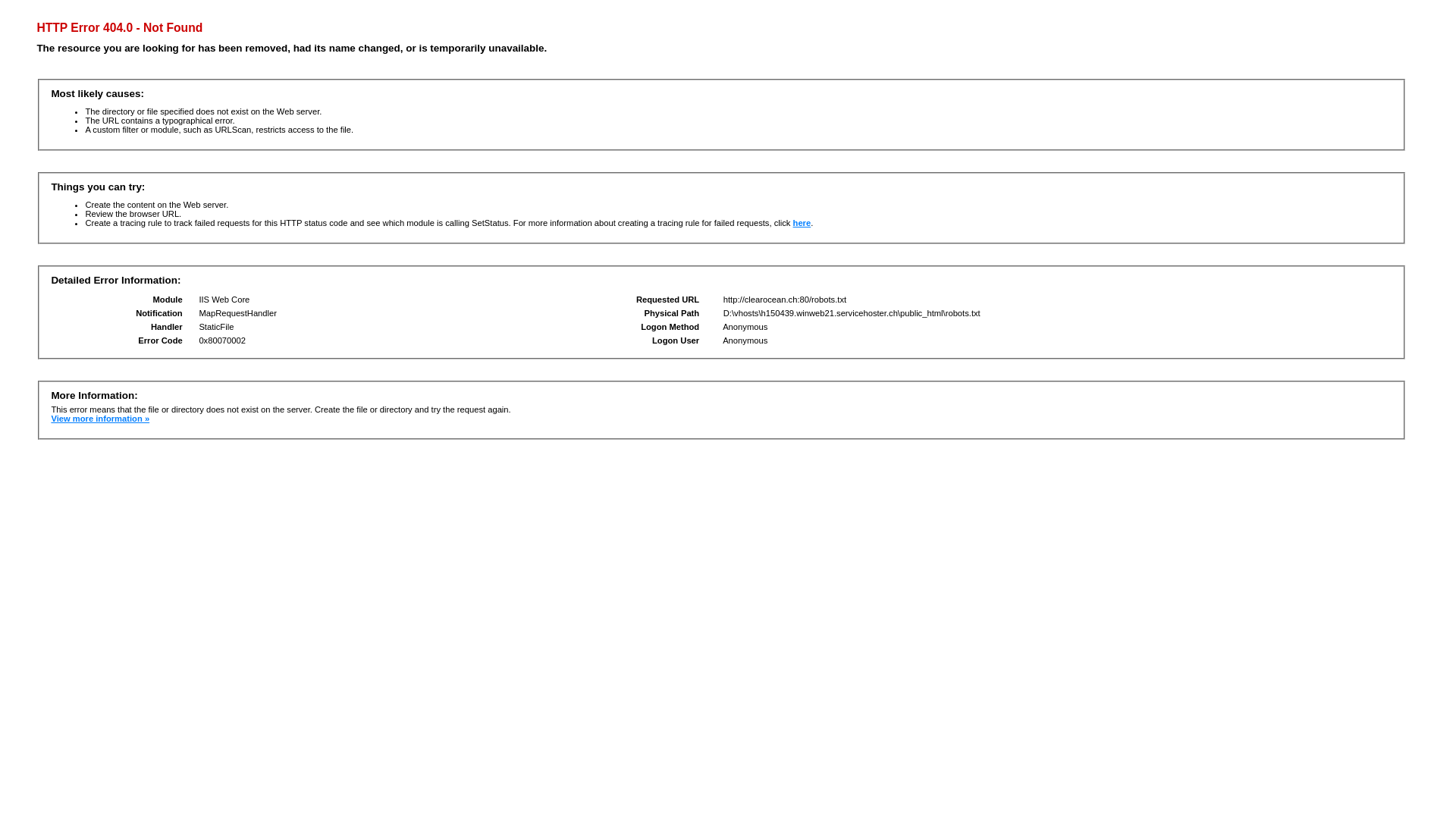  Describe the element at coordinates (792, 222) in the screenshot. I see `'here'` at that location.